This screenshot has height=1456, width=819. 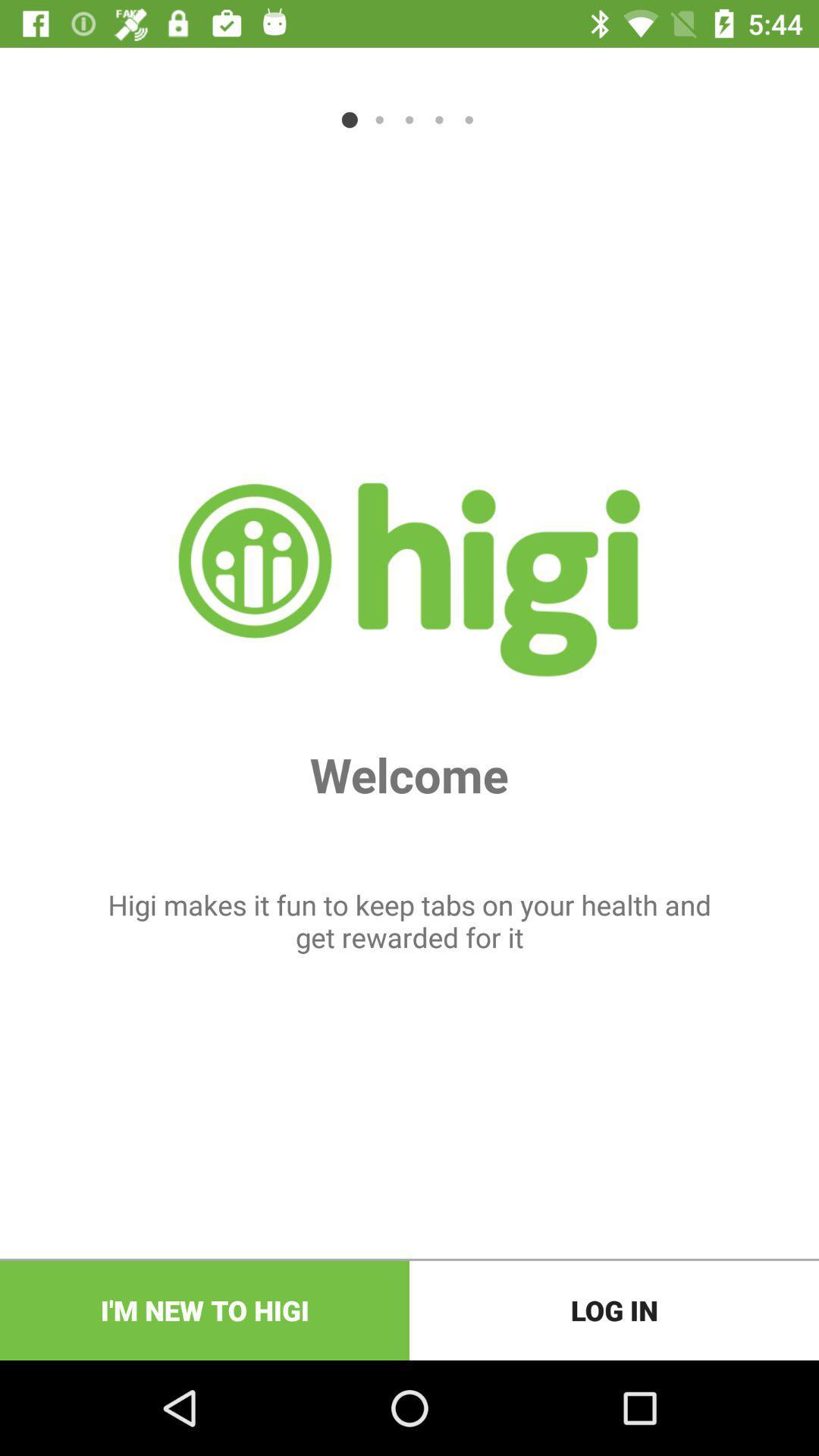 What do you see at coordinates (205, 1310) in the screenshot?
I see `the i m new at the bottom left corner` at bounding box center [205, 1310].